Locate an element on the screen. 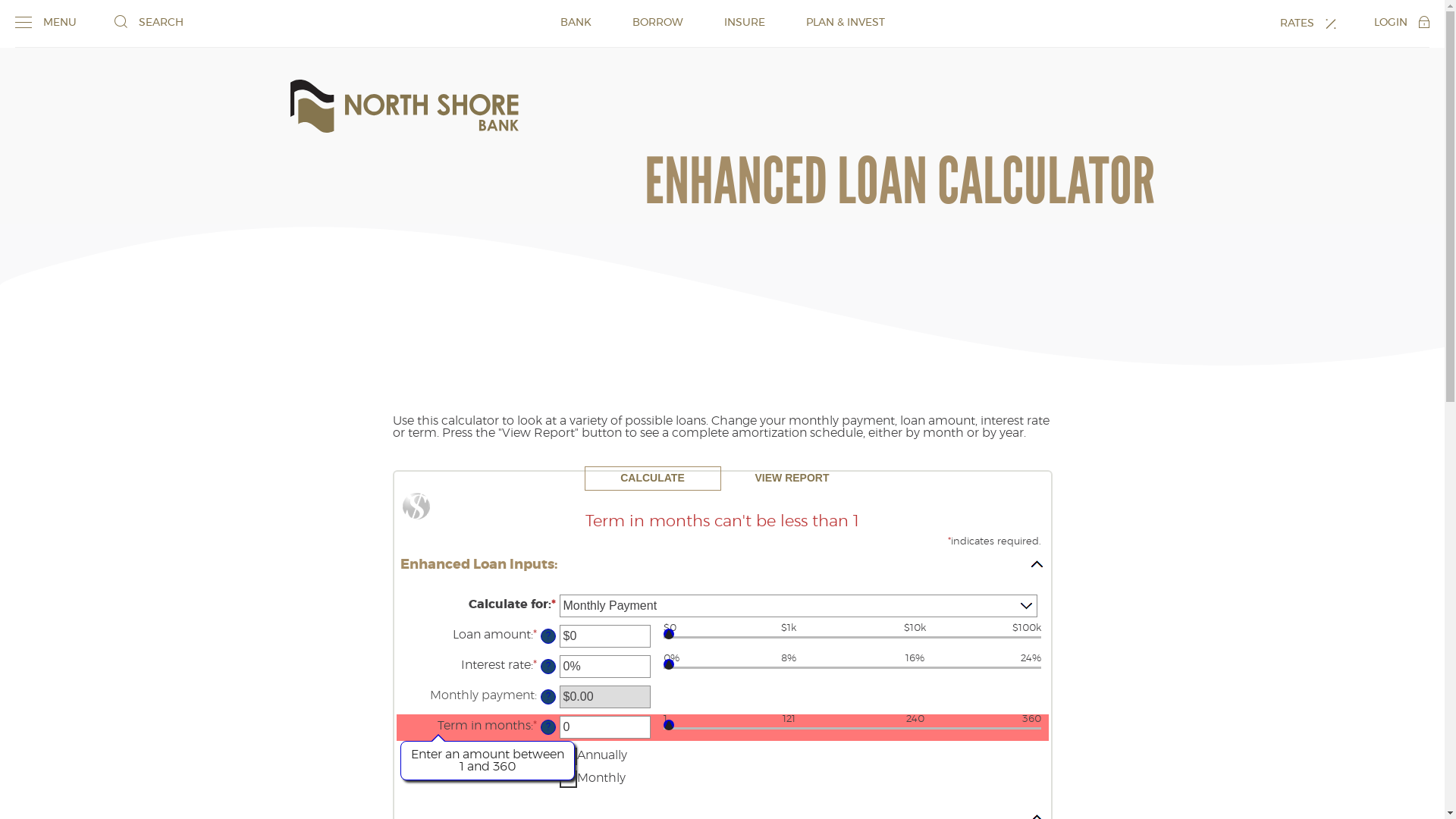 Image resolution: width=1456 pixels, height=819 pixels. 'Interest rate slider' is located at coordinates (852, 669).